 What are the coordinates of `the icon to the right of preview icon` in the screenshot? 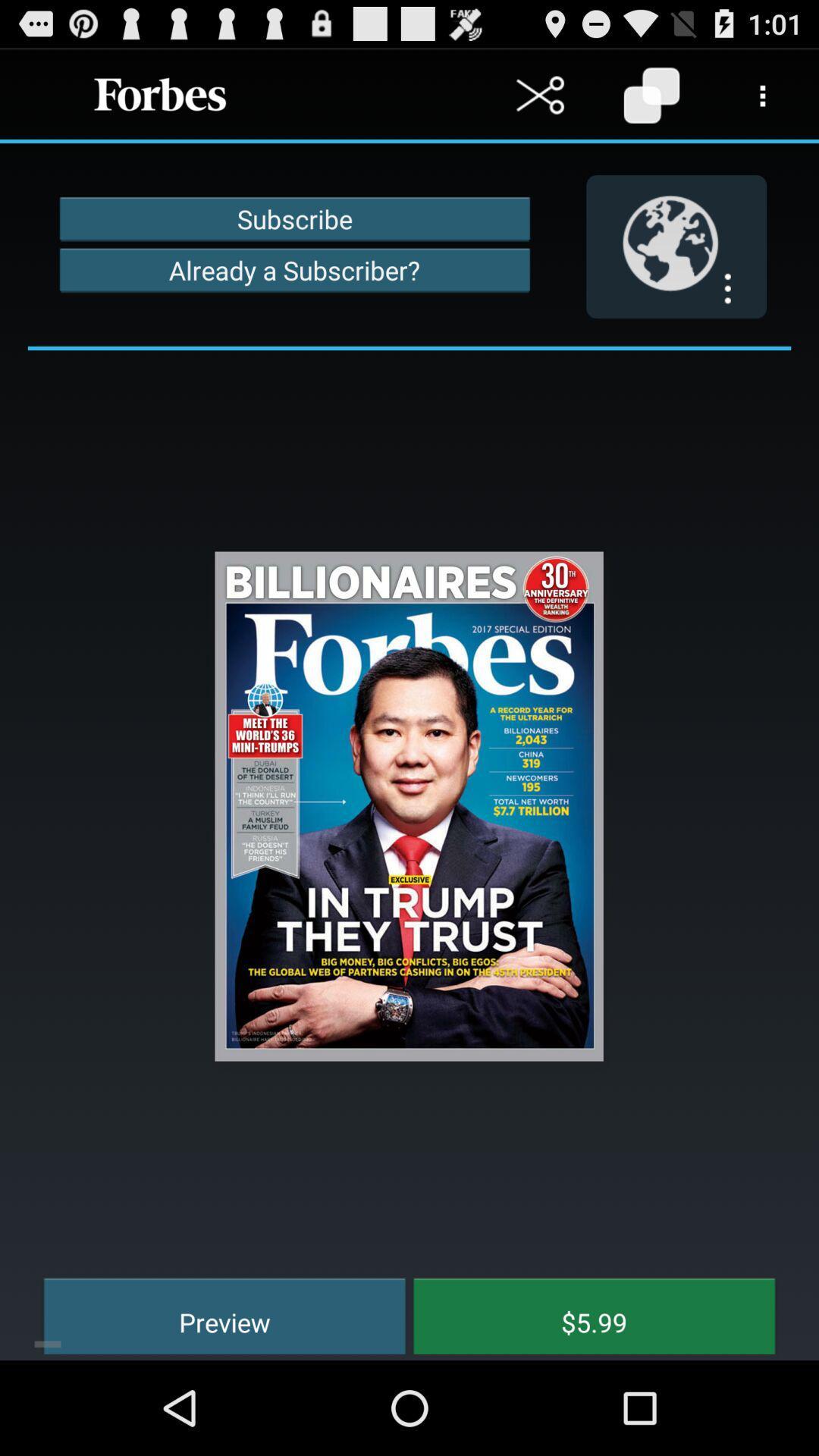 It's located at (582, 1313).